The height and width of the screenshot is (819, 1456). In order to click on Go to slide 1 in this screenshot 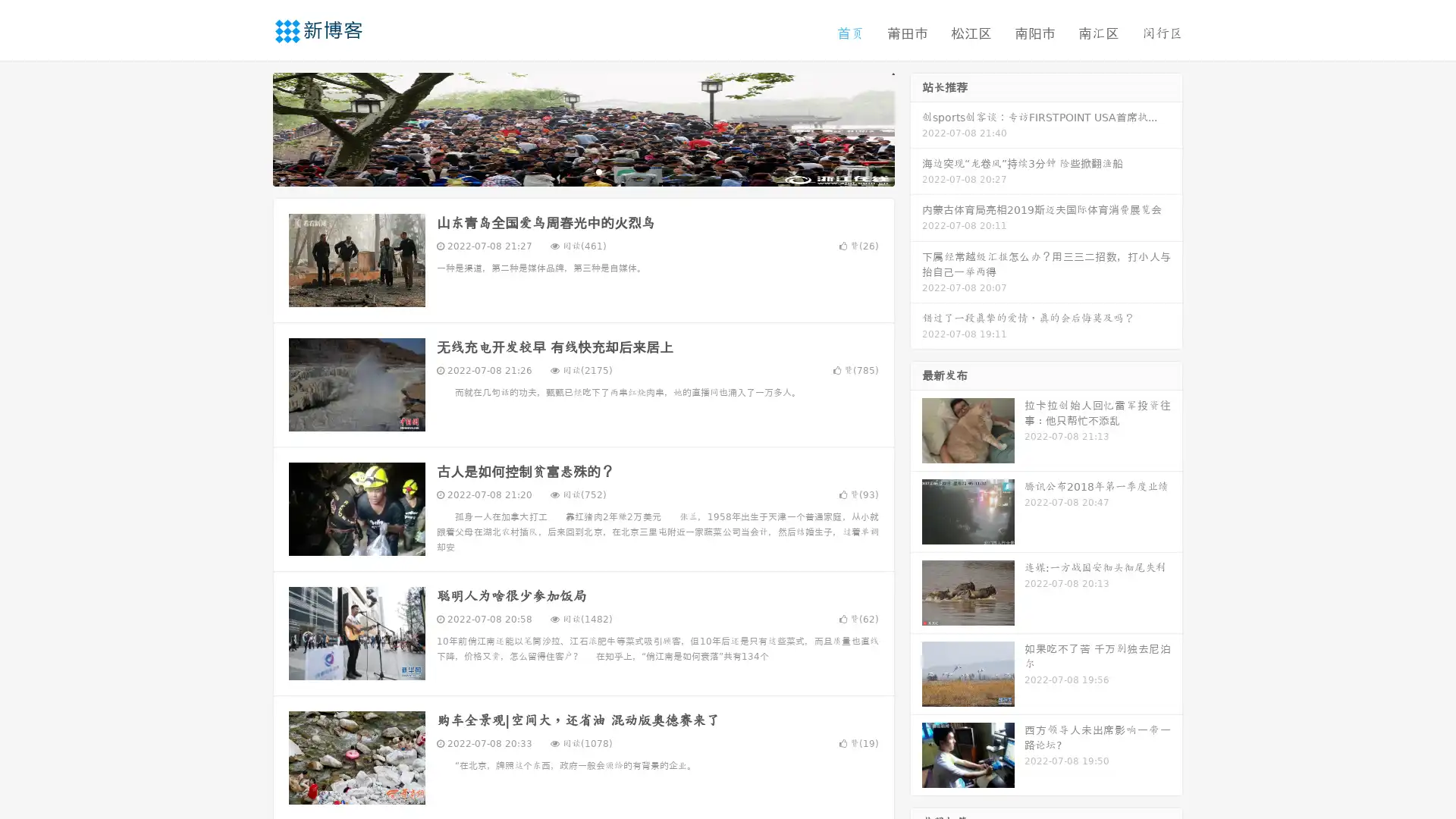, I will do `click(567, 171)`.